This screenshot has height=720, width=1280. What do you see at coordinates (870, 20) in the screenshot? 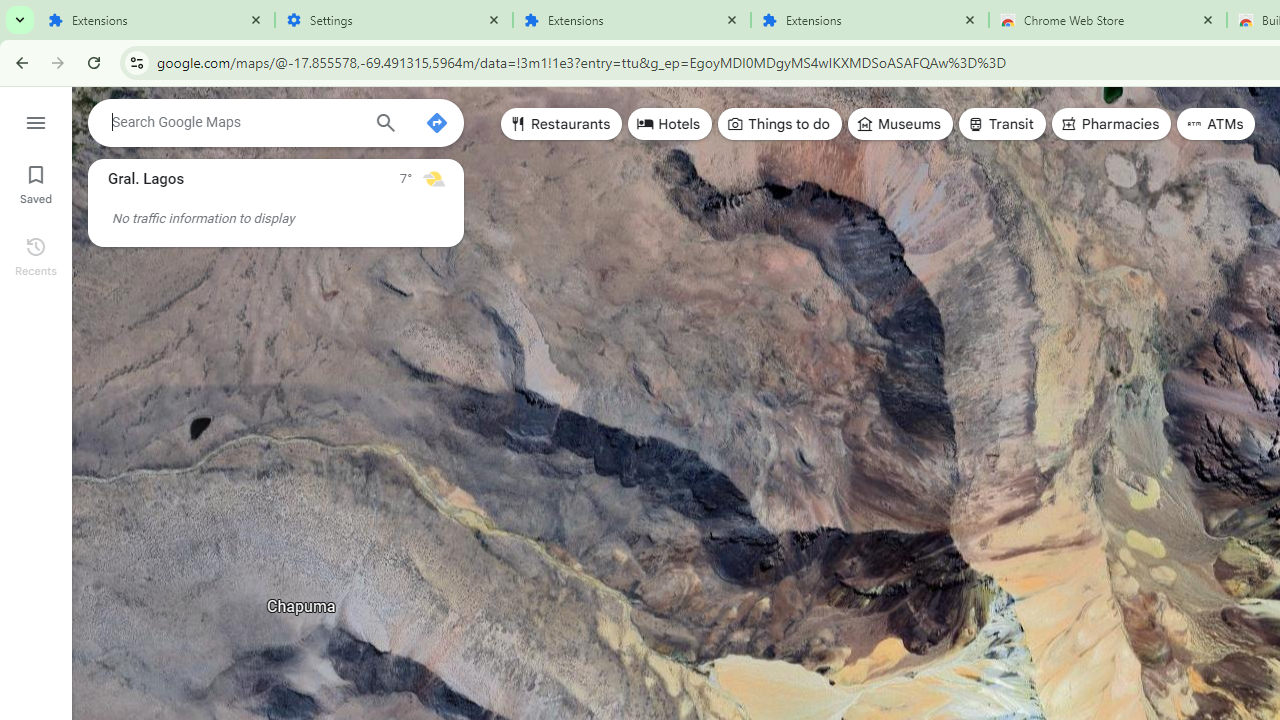
I see `'Extensions'` at bounding box center [870, 20].